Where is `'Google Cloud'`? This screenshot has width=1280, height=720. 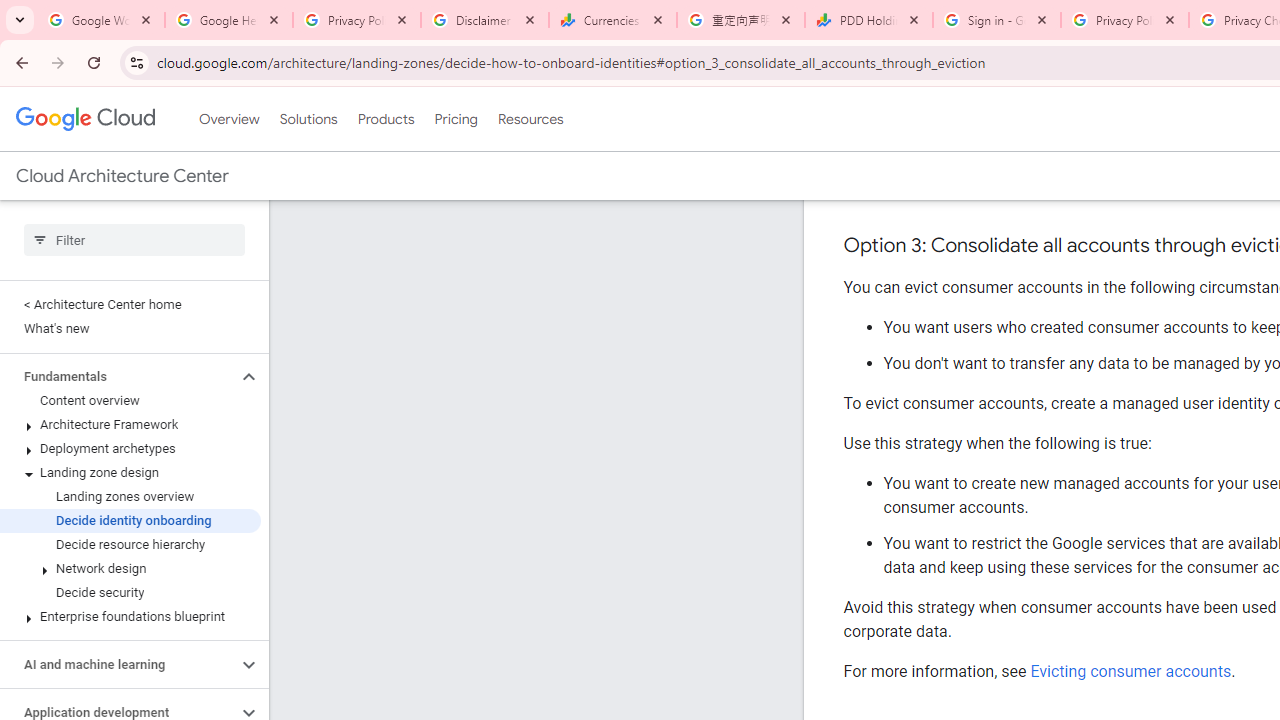
'Google Cloud' is located at coordinates (84, 119).